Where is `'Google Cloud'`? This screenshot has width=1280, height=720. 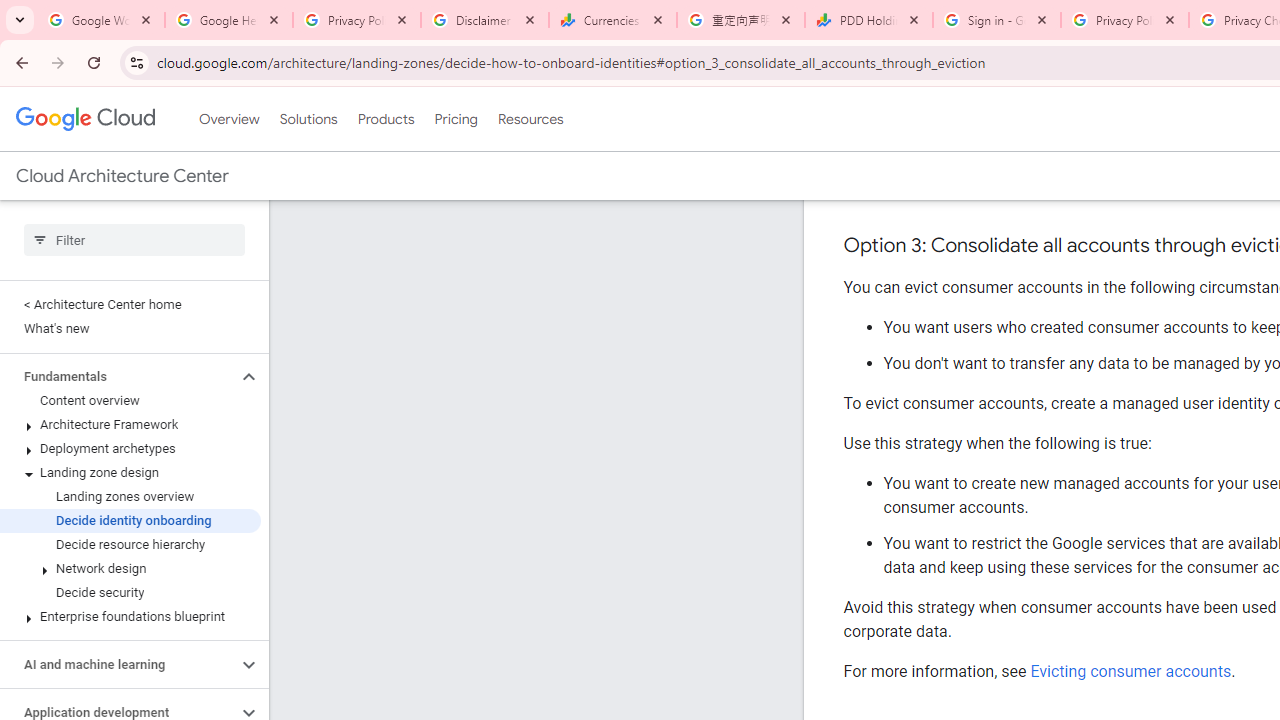
'Google Cloud' is located at coordinates (84, 119).